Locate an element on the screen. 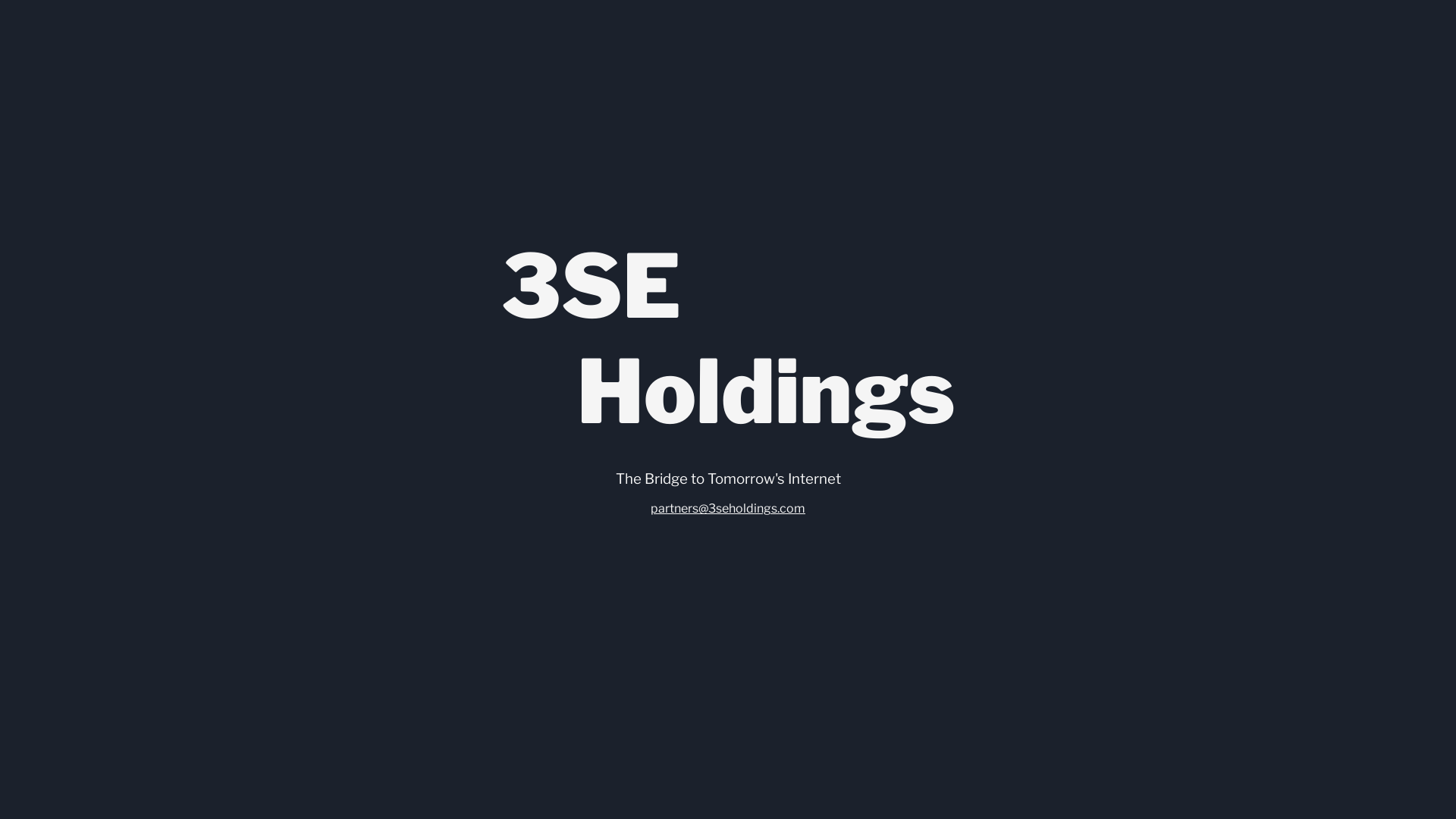 The height and width of the screenshot is (819, 1456). 'partners@3seholdings.com' is located at coordinates (728, 508).